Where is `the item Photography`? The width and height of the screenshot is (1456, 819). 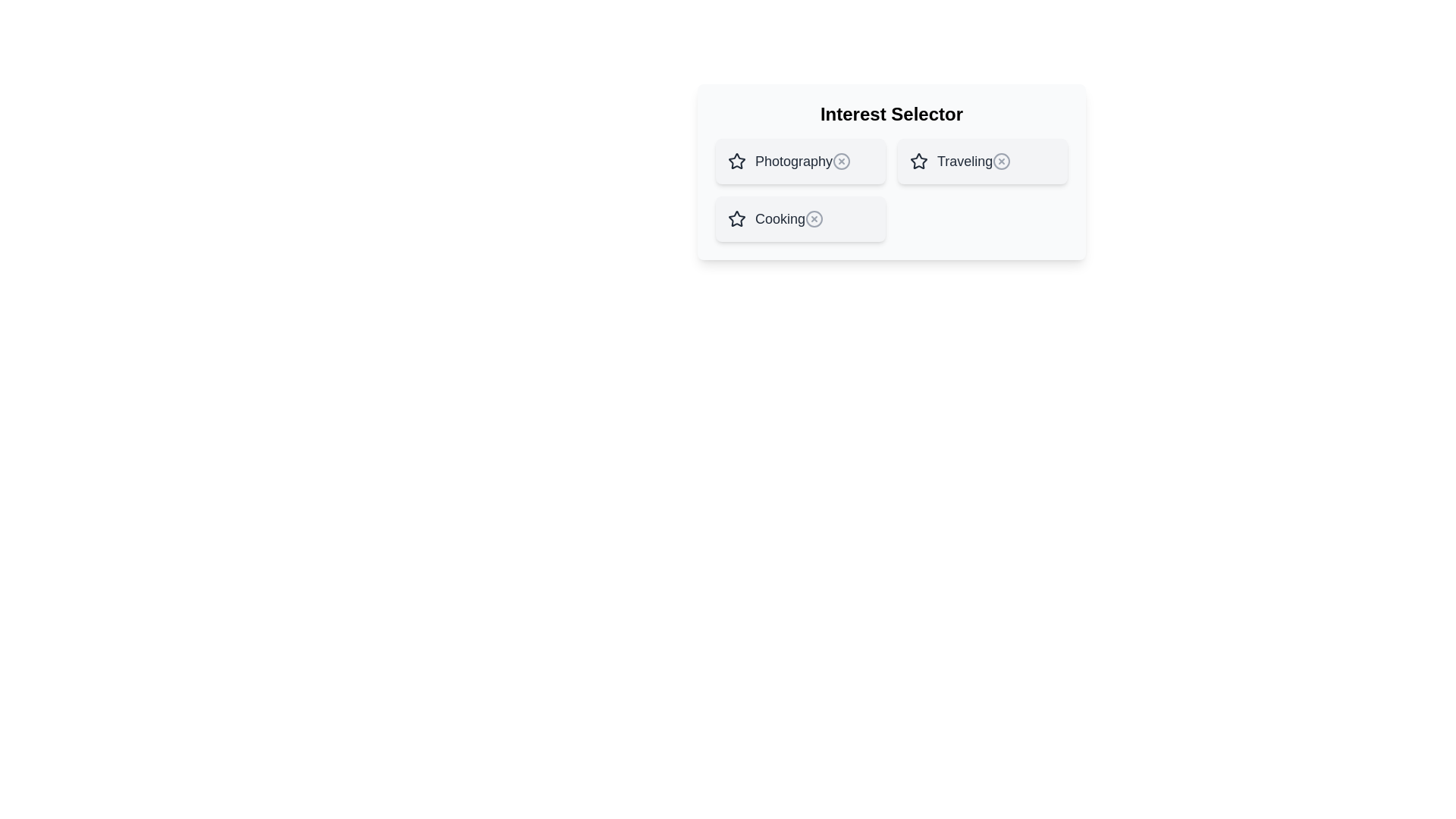 the item Photography is located at coordinates (800, 161).